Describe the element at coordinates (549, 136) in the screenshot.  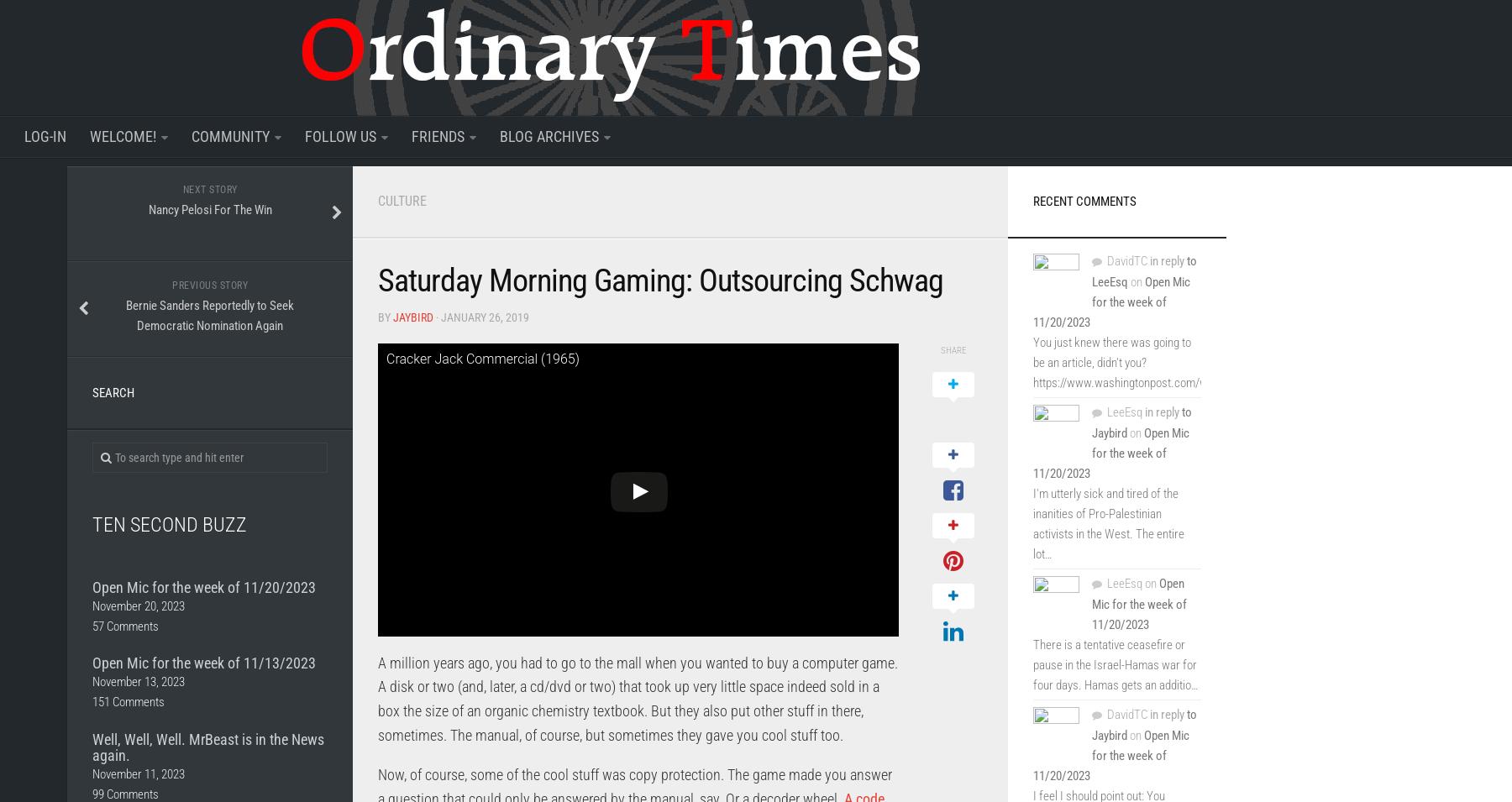
I see `'Blog Archives'` at that location.